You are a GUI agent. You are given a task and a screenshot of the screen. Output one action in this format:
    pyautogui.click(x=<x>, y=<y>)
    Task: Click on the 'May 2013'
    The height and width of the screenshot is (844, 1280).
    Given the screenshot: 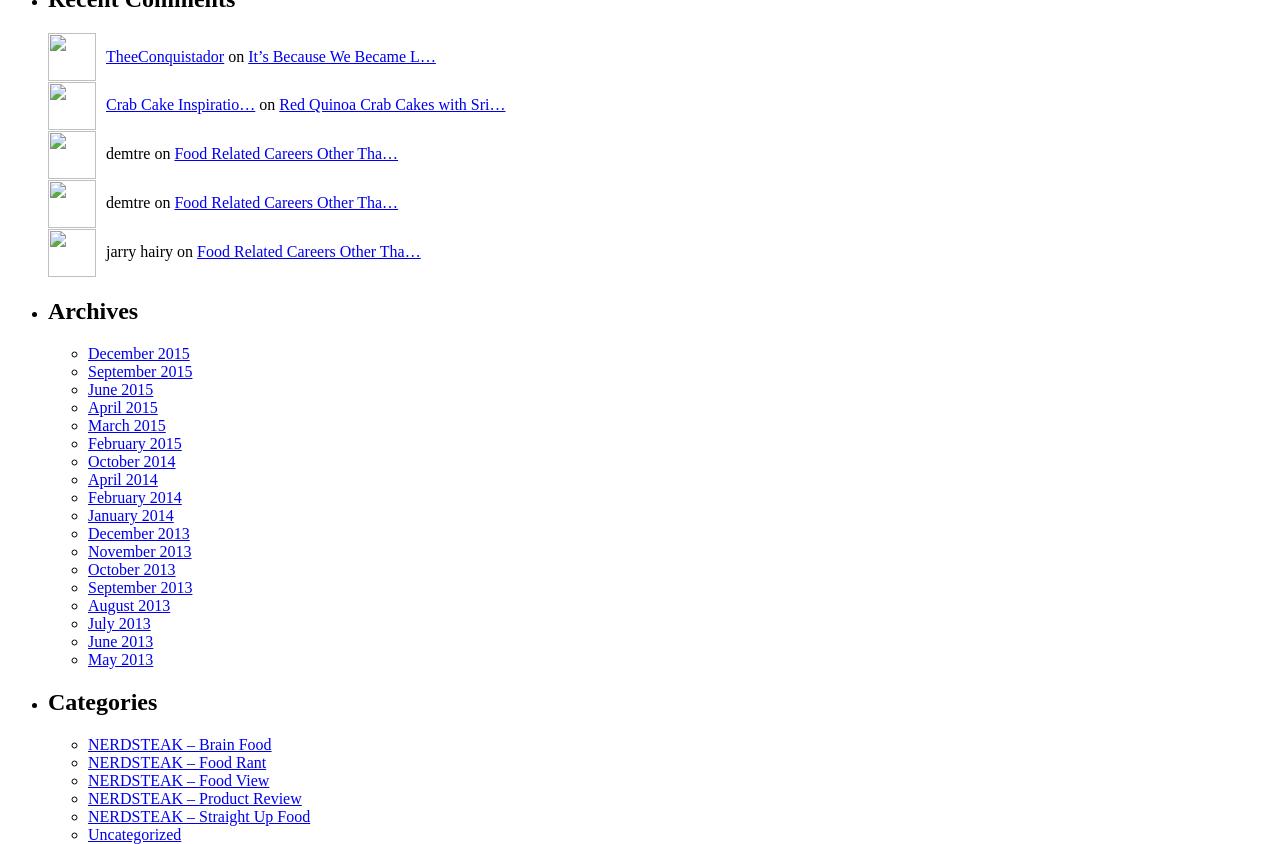 What is the action you would take?
    pyautogui.click(x=119, y=657)
    